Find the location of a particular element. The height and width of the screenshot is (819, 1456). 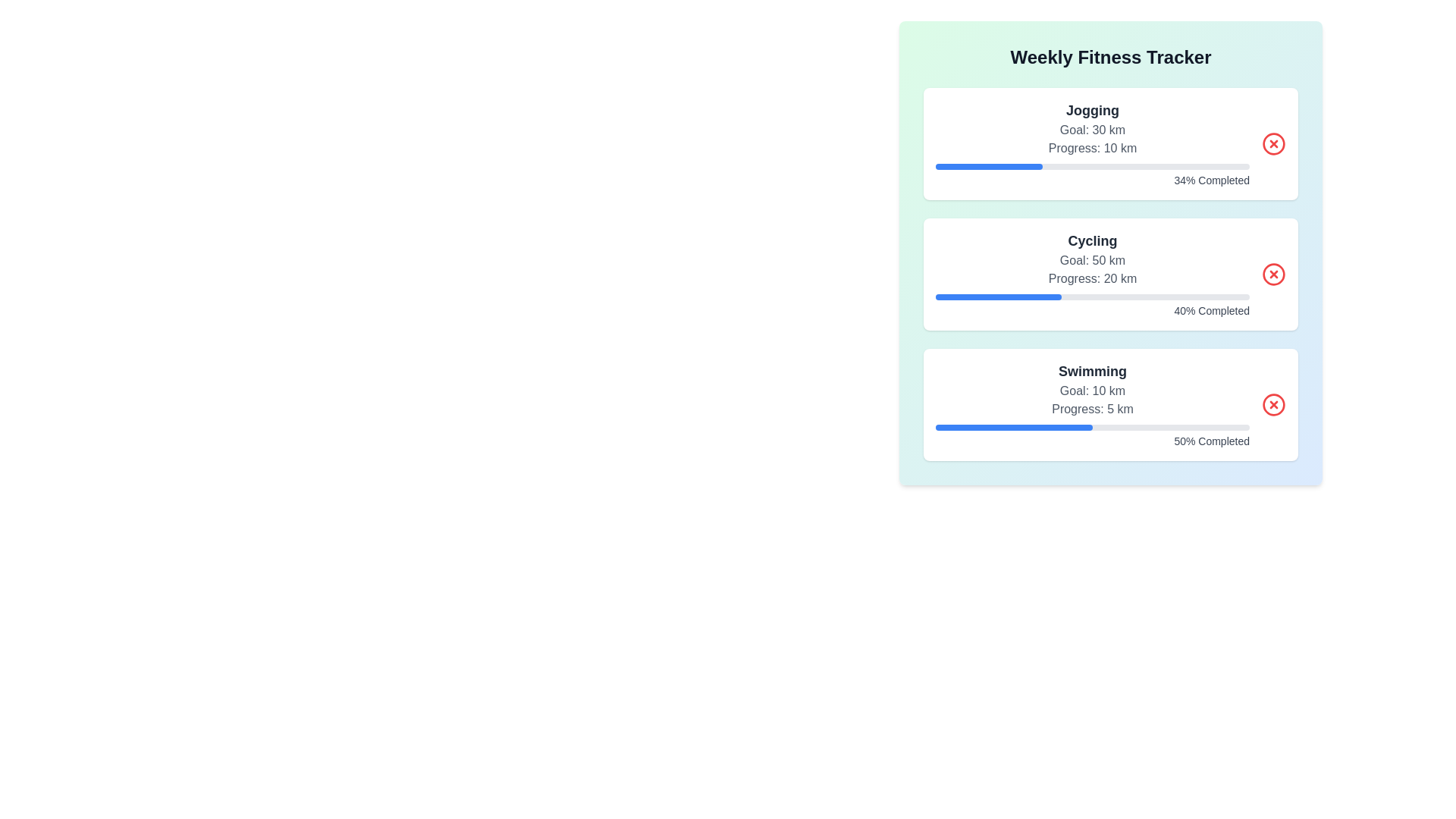

the text label displaying 'Goal: 10 km' which is styled in a gray font and located below the title 'Swimming' in the fitness tracker interface is located at coordinates (1092, 391).